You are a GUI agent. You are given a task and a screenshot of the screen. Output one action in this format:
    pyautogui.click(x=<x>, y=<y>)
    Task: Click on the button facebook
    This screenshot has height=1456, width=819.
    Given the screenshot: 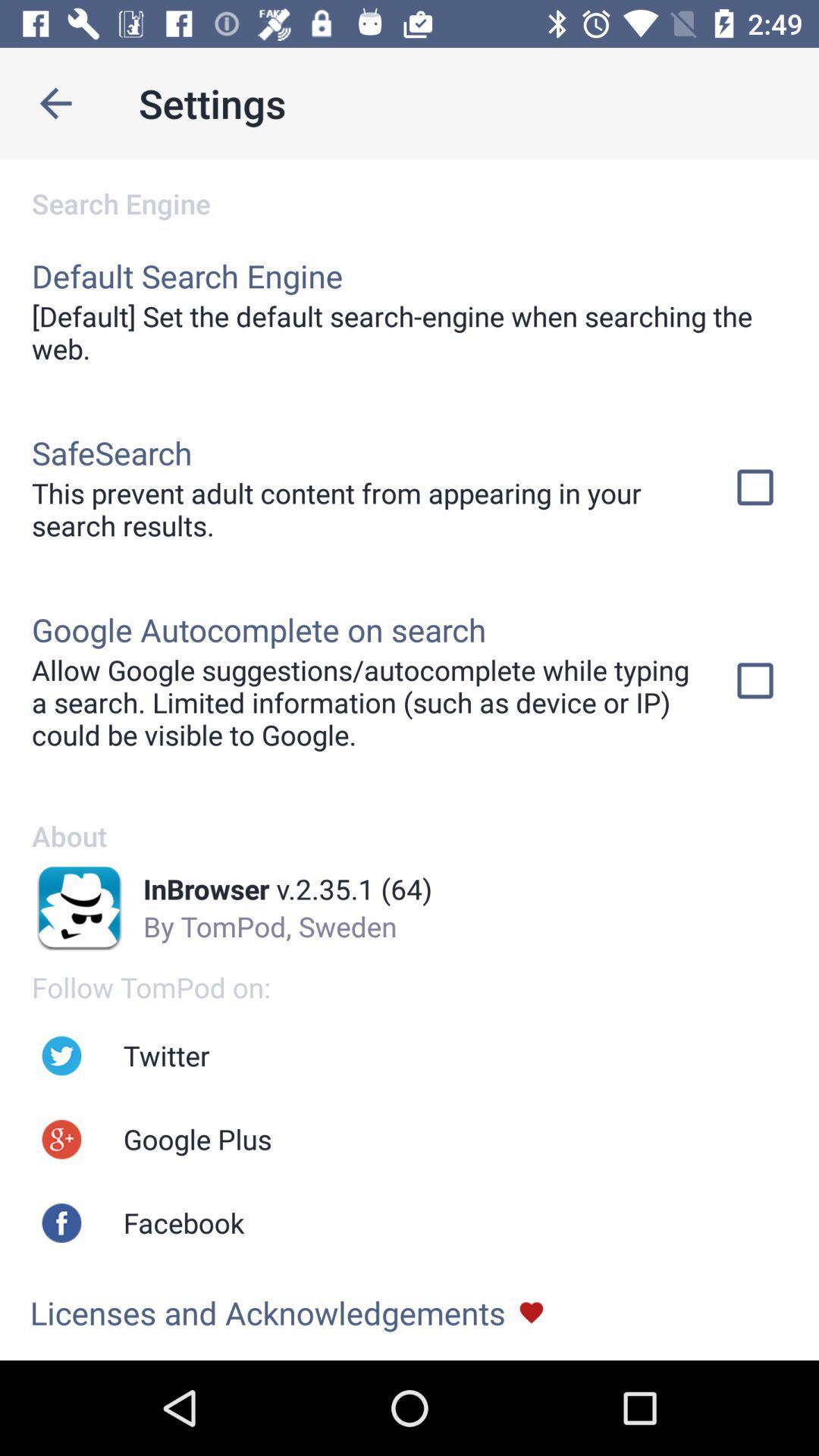 What is the action you would take?
    pyautogui.click(x=61, y=1222)
    